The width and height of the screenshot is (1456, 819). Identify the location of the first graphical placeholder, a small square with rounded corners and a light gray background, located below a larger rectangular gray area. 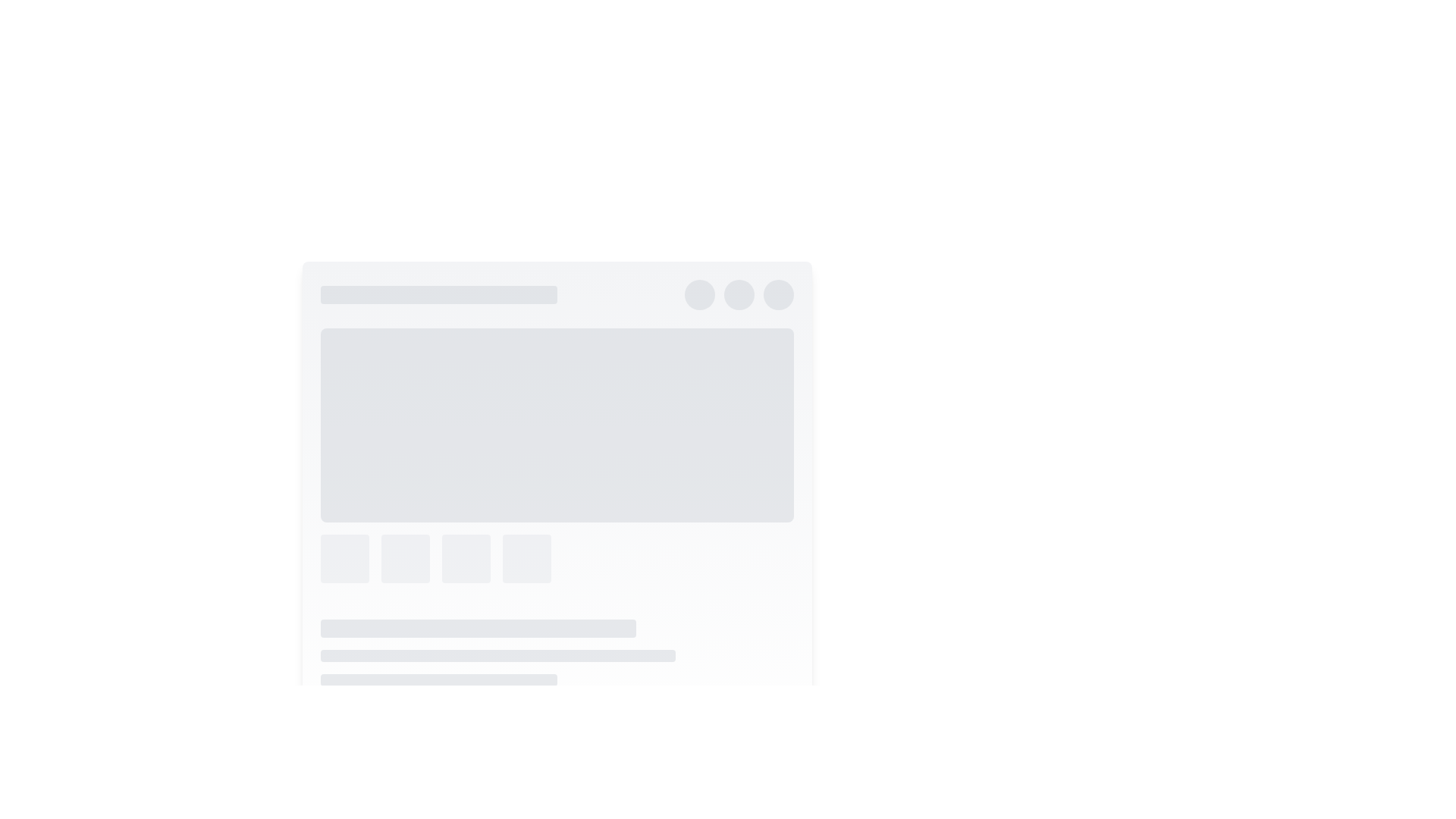
(344, 558).